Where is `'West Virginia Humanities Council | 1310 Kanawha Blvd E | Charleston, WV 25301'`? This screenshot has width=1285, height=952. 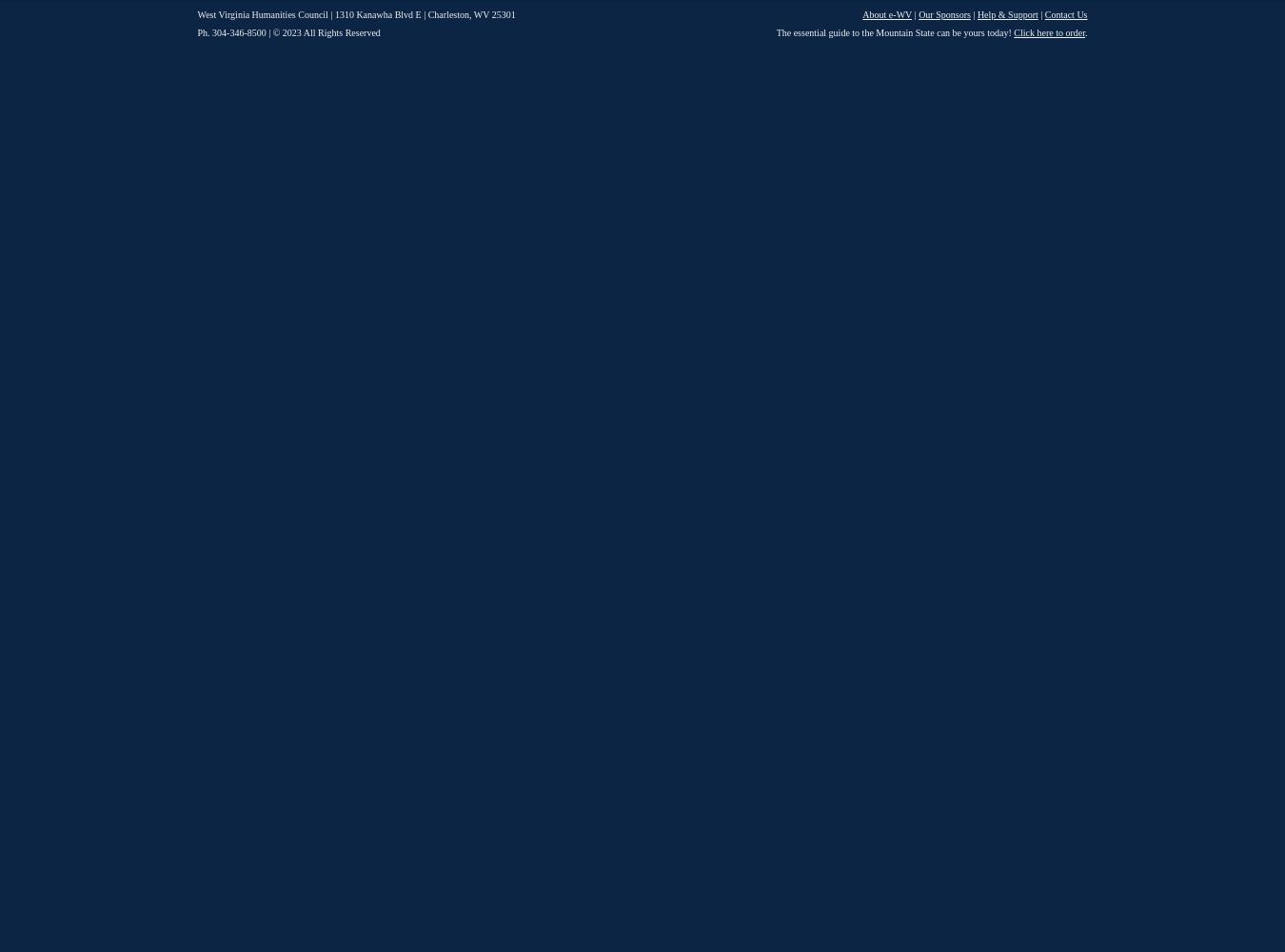 'West Virginia Humanities Council | 1310 Kanawha Blvd E | Charleston, WV 25301' is located at coordinates (355, 14).